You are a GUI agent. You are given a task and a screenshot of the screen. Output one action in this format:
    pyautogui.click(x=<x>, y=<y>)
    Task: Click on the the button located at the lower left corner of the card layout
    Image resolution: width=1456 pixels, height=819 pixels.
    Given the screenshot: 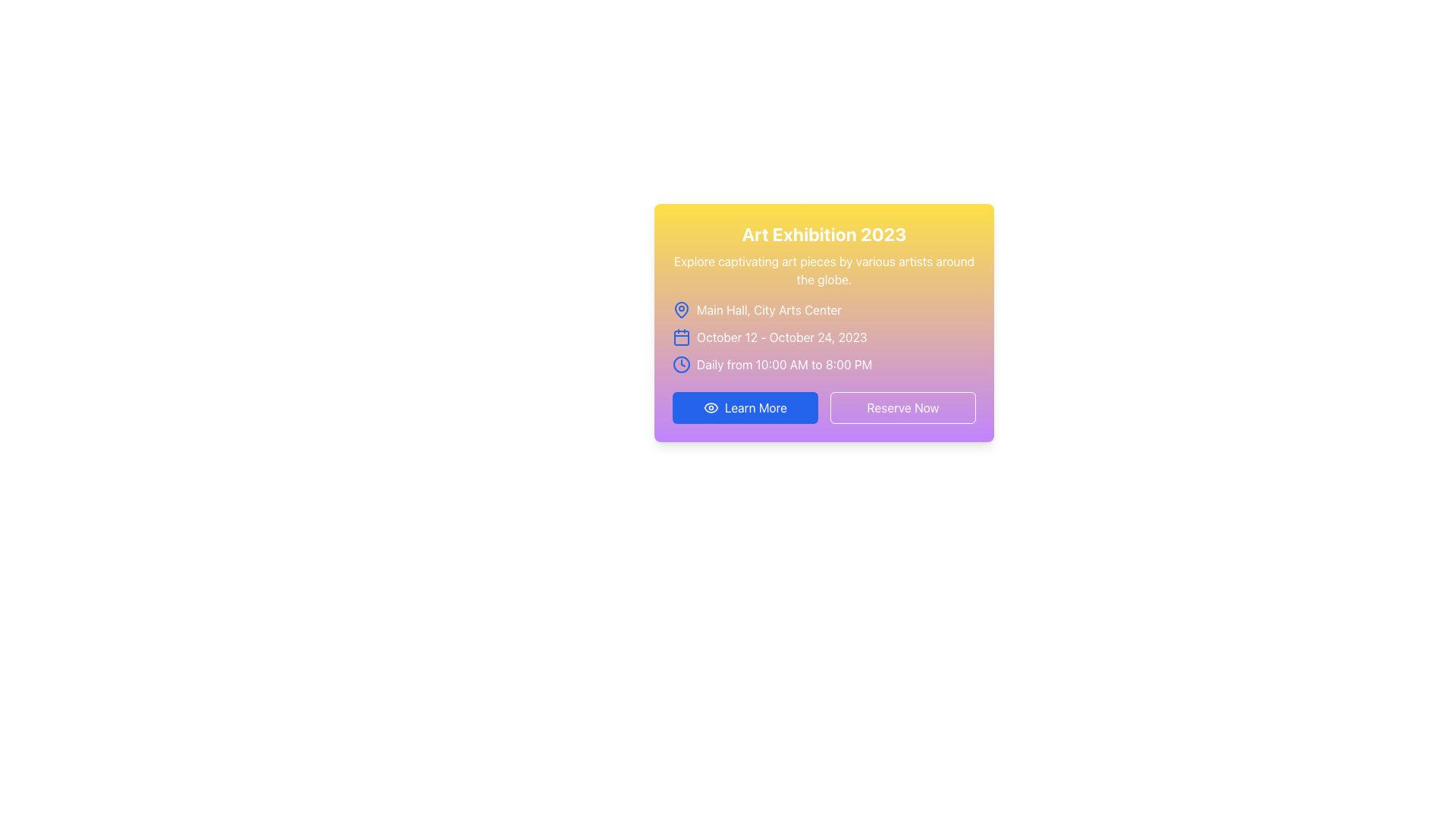 What is the action you would take?
    pyautogui.click(x=745, y=406)
    